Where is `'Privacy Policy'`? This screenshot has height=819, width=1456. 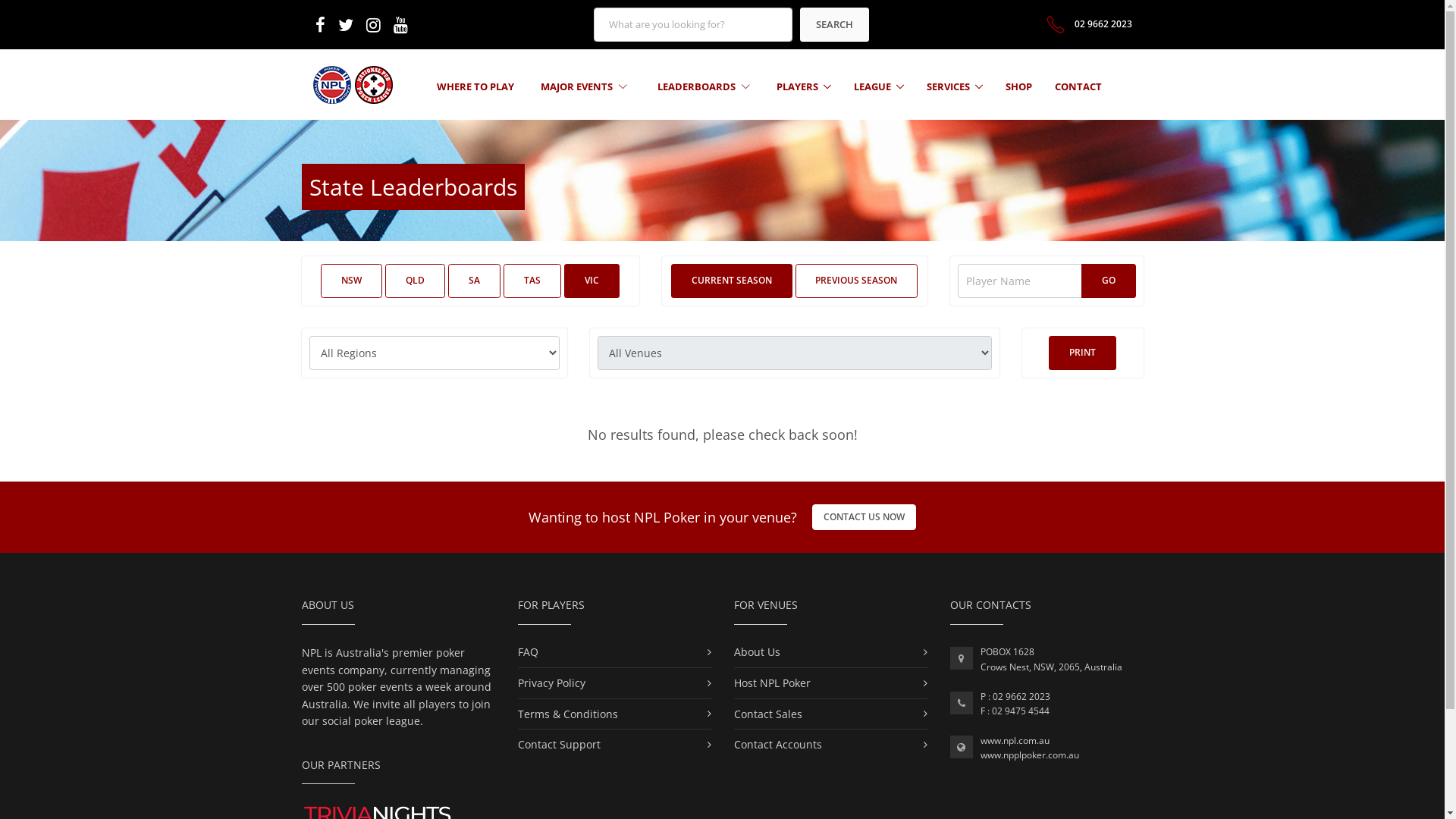 'Privacy Policy' is located at coordinates (550, 682).